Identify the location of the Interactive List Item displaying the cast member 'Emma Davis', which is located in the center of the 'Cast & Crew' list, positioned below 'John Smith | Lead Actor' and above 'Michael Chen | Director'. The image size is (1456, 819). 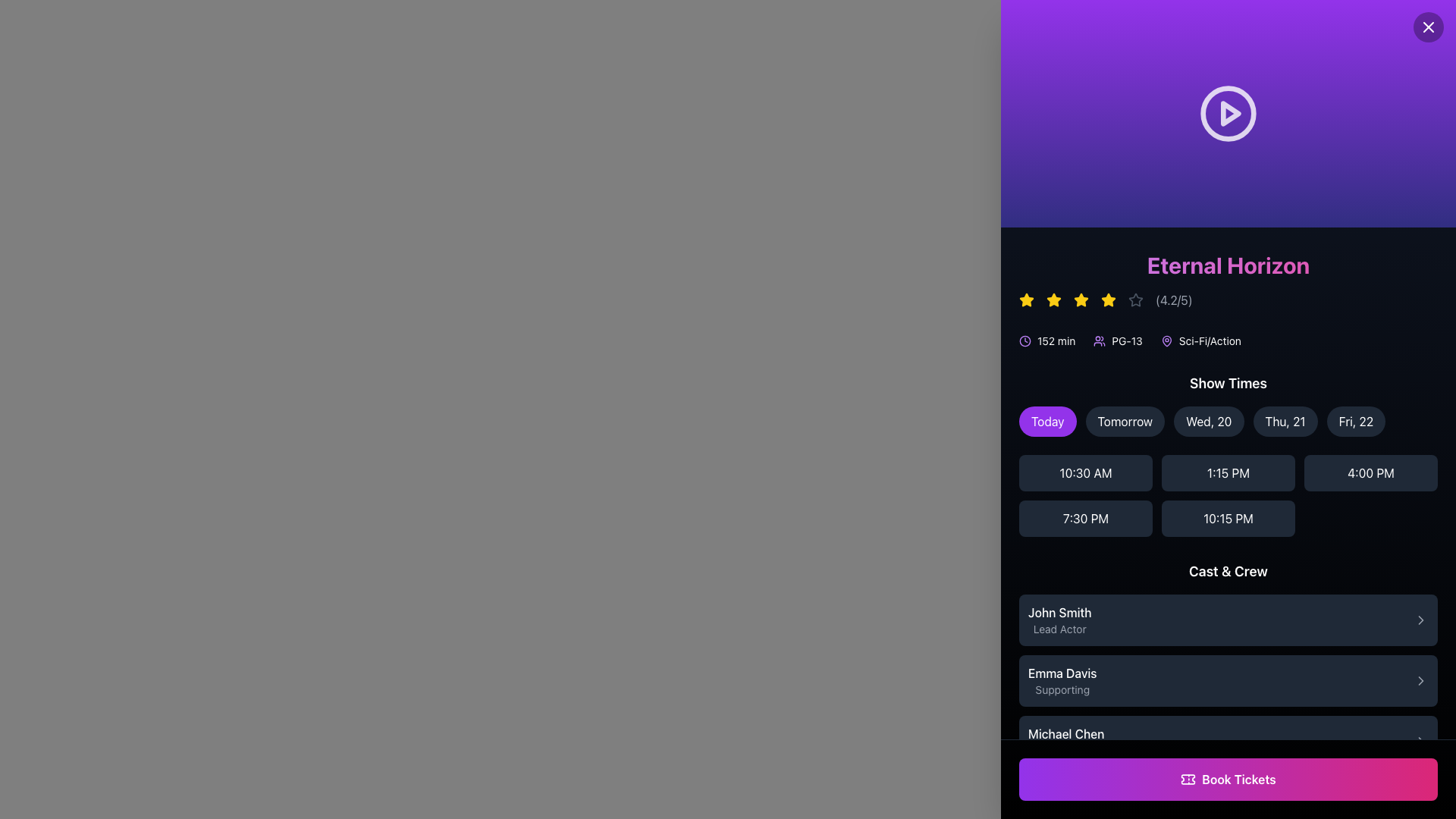
(1228, 680).